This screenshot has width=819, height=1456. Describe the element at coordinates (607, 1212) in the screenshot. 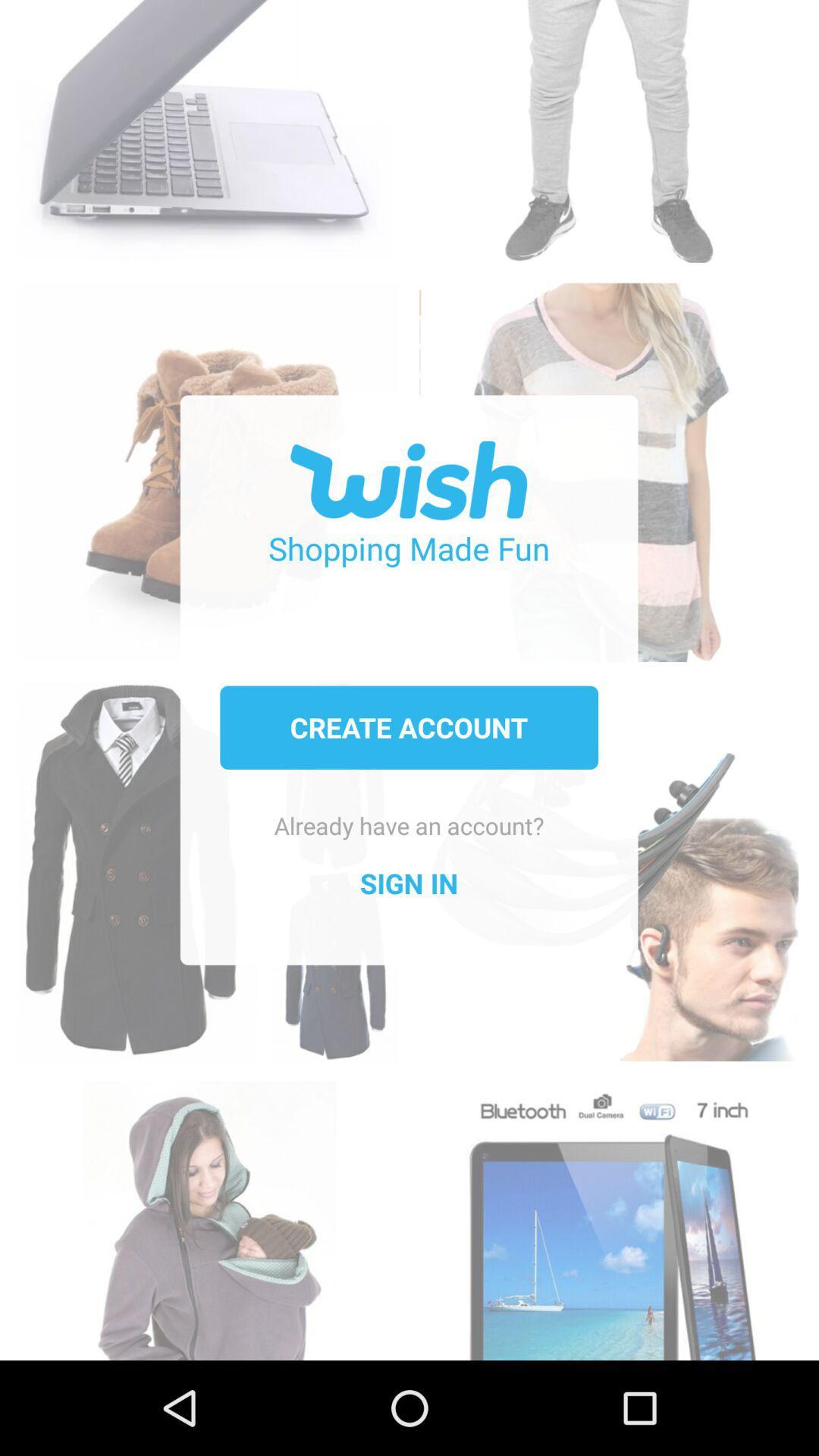

I see `the item at the bottom right corner` at that location.